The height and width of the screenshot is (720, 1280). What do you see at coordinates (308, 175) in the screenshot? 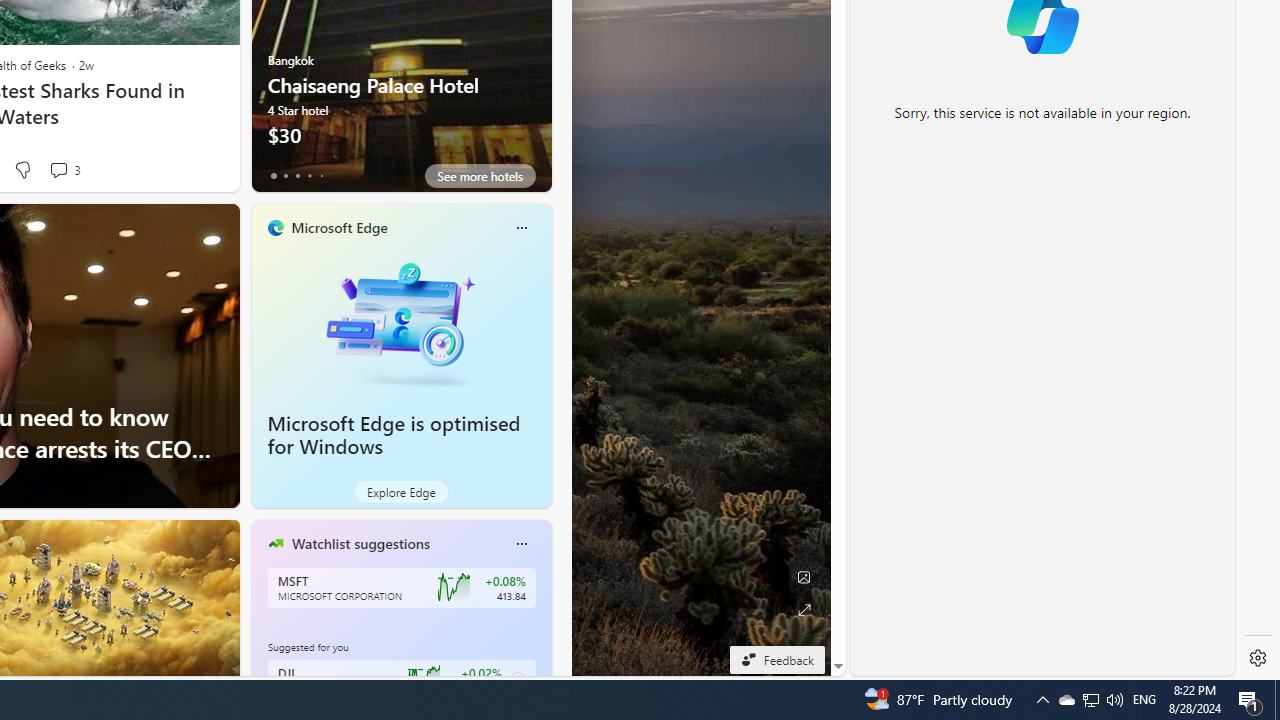
I see `'tab-3'` at bounding box center [308, 175].